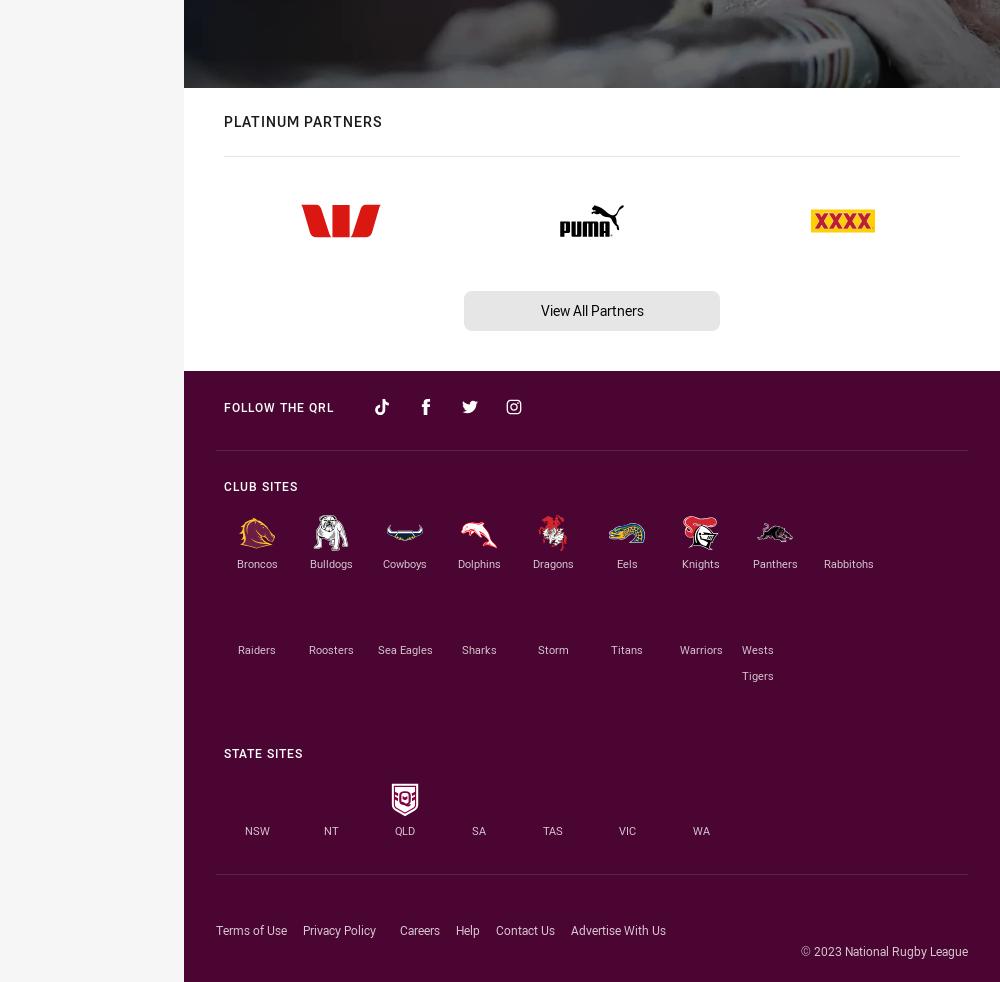 This screenshot has height=982, width=1000. I want to click on 'Titans', so click(627, 648).